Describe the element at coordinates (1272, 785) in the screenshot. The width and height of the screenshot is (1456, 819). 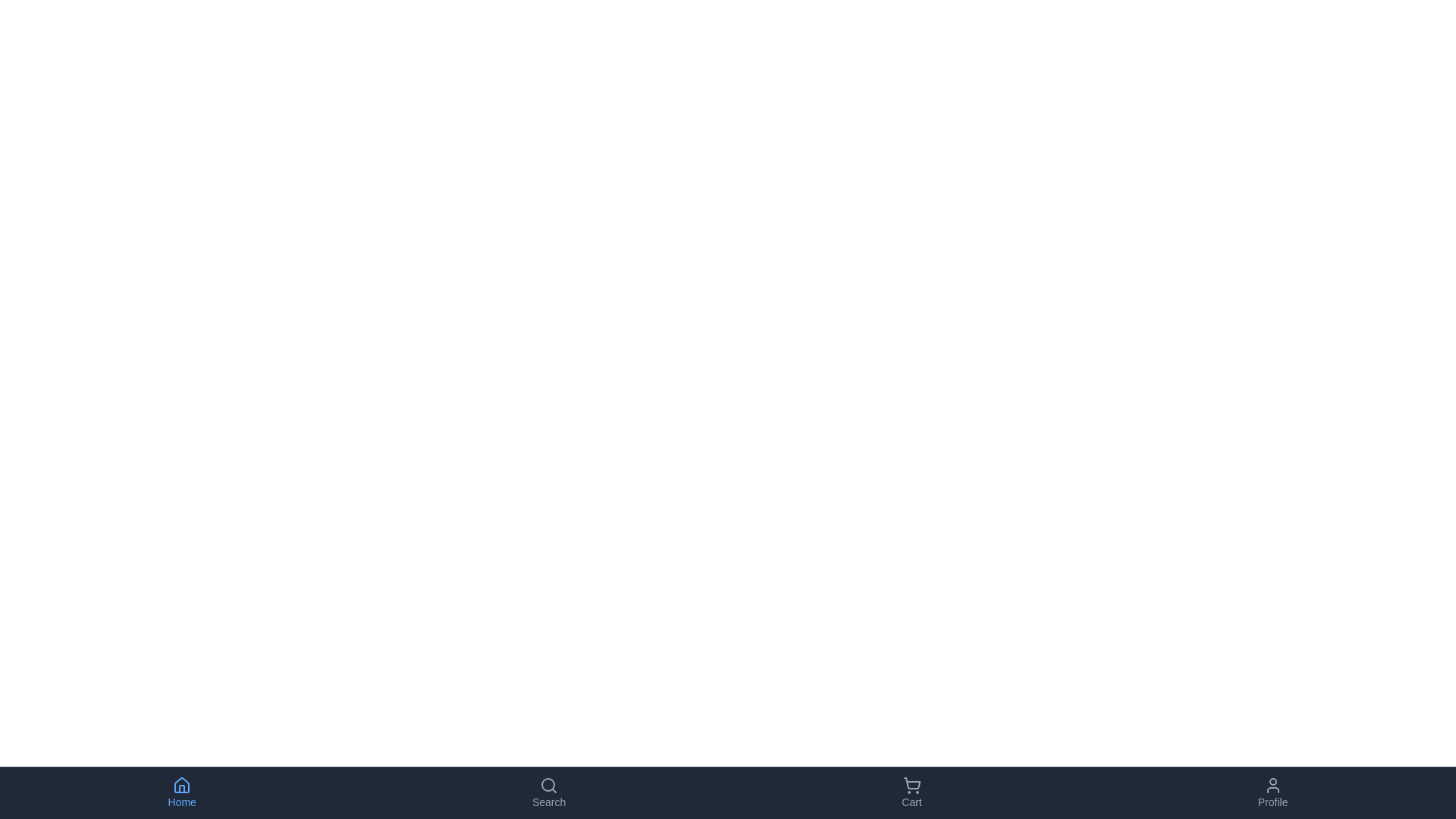
I see `the user-shaped profile icon located in the bottom navigation bar, specifically in the far-right section labeled 'Profile'` at that location.